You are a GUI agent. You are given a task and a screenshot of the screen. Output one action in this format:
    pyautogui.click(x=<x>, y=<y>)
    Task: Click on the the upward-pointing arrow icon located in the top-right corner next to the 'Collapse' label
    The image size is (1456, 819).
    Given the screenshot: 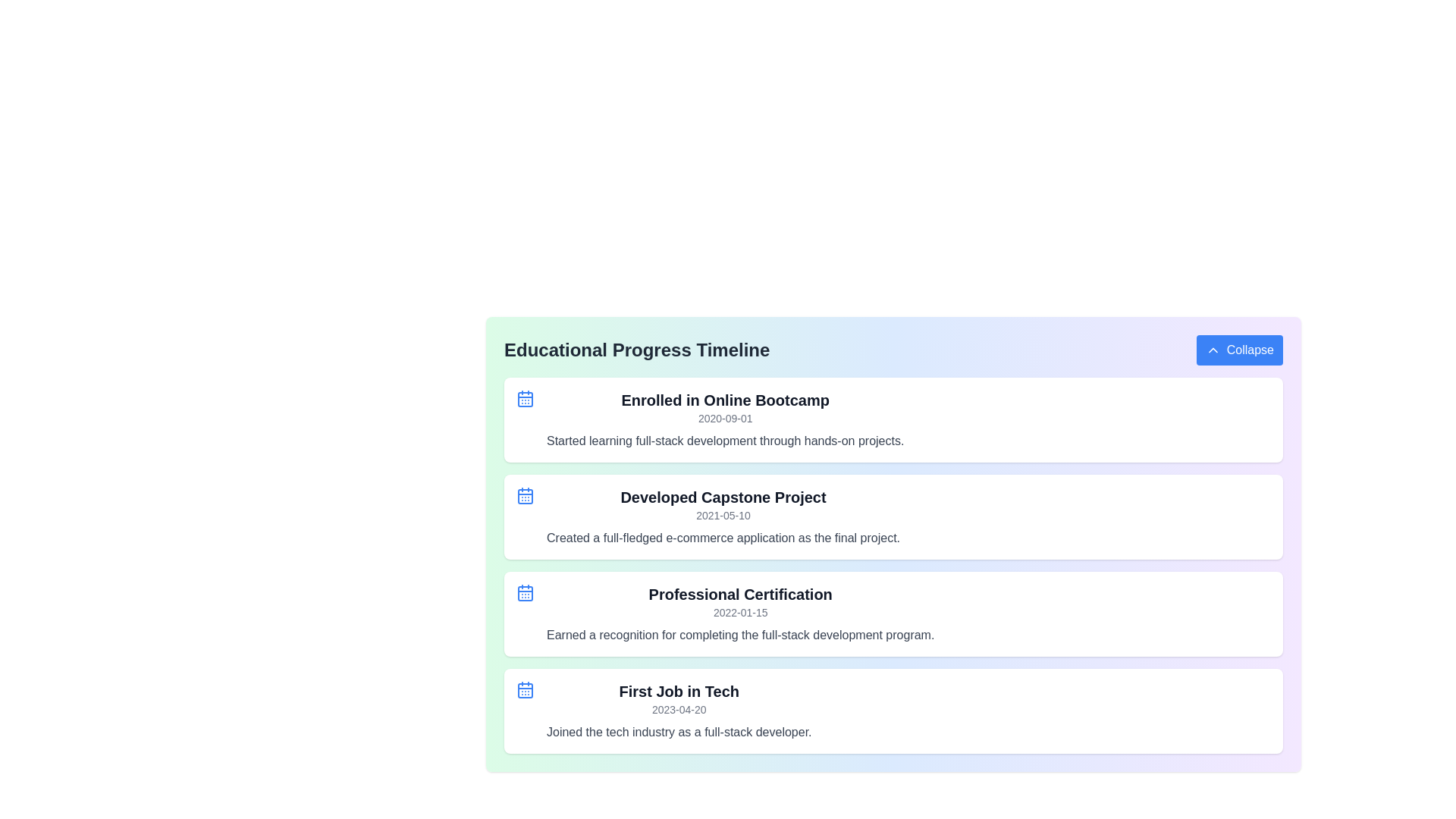 What is the action you would take?
    pyautogui.click(x=1212, y=350)
    